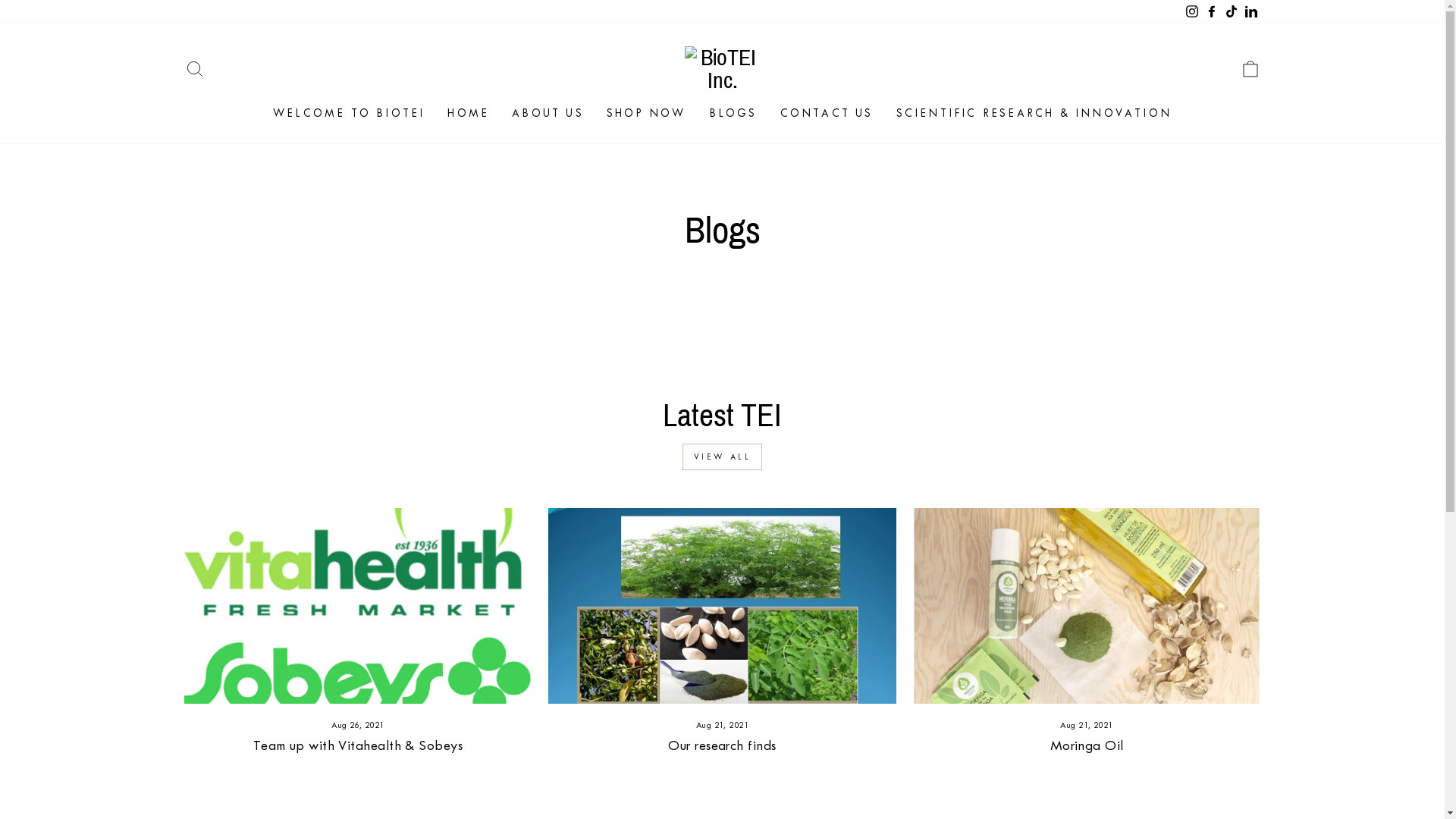  Describe the element at coordinates (697, 112) in the screenshot. I see `'BLOGS'` at that location.